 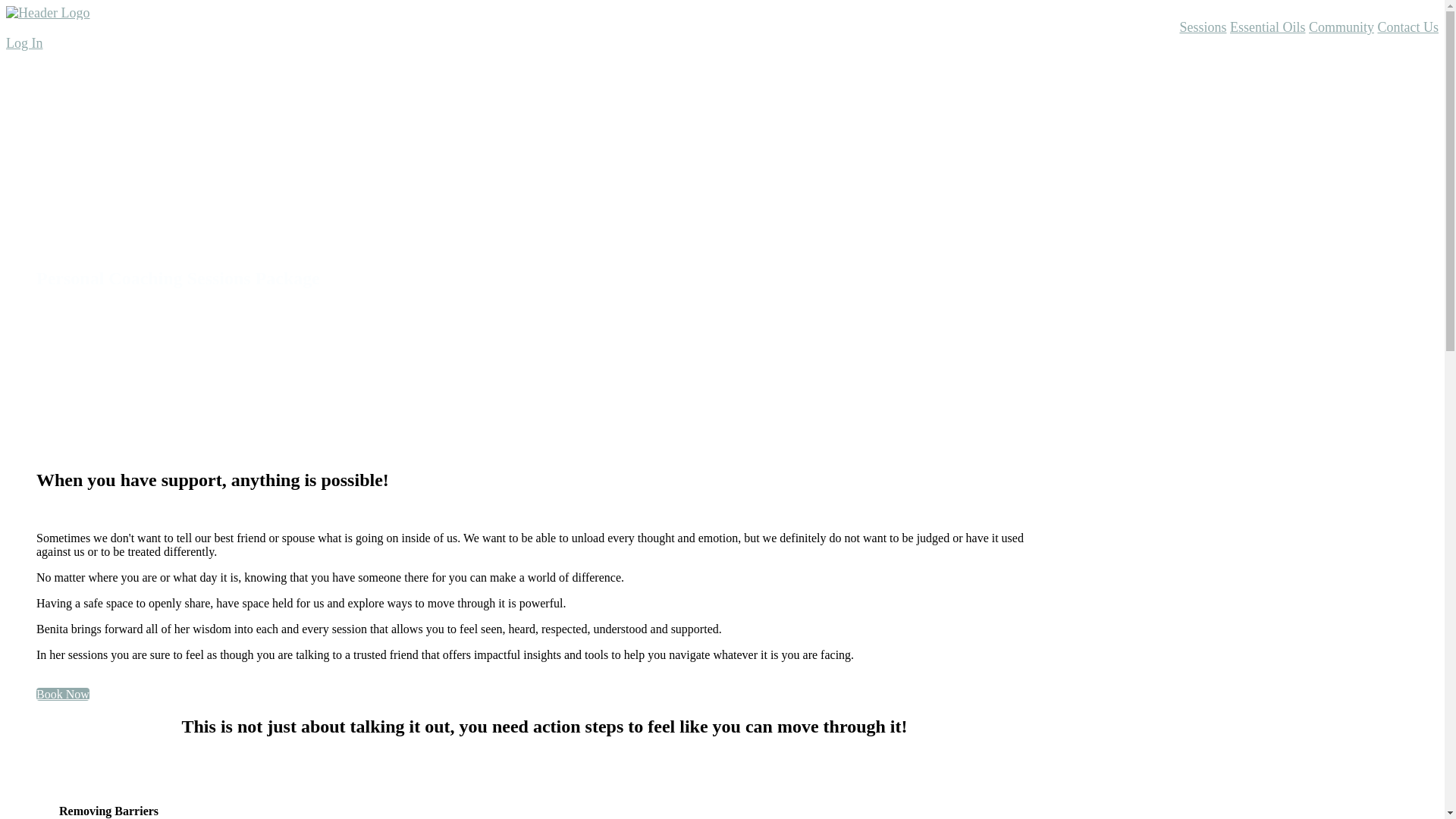 What do you see at coordinates (1230, 27) in the screenshot?
I see `'Essential Oils'` at bounding box center [1230, 27].